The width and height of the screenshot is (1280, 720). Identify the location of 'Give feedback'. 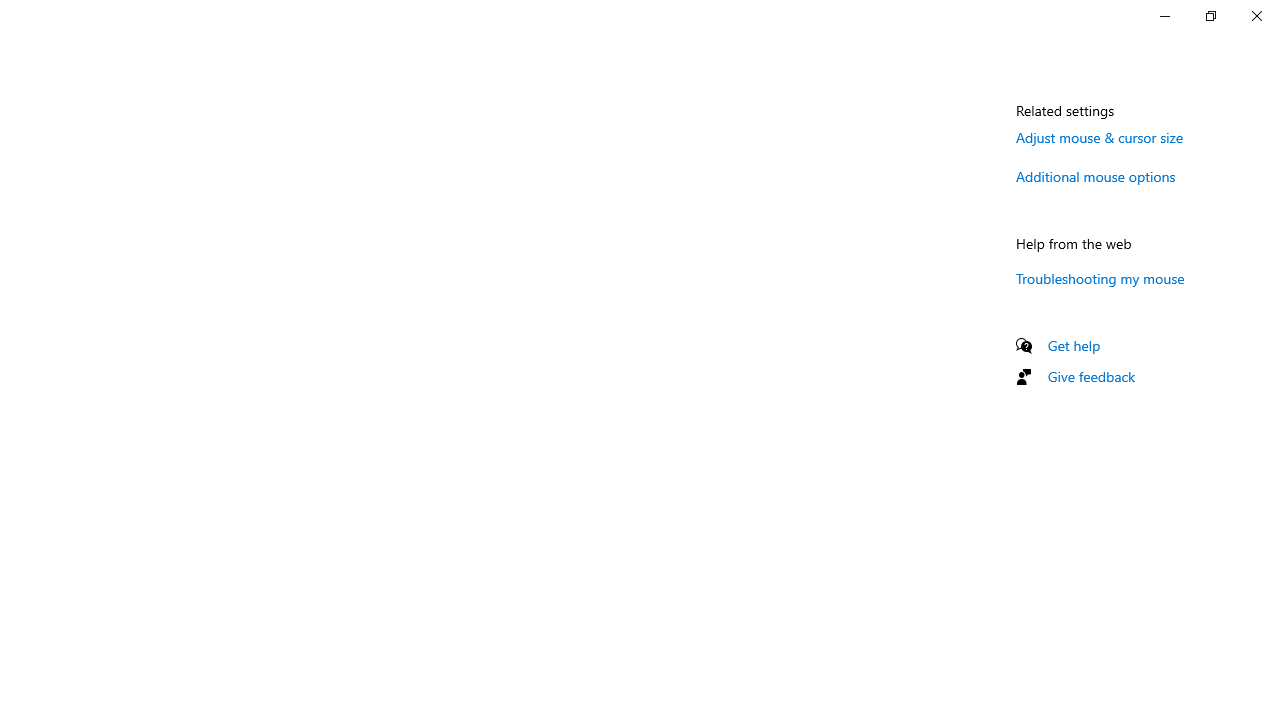
(1090, 376).